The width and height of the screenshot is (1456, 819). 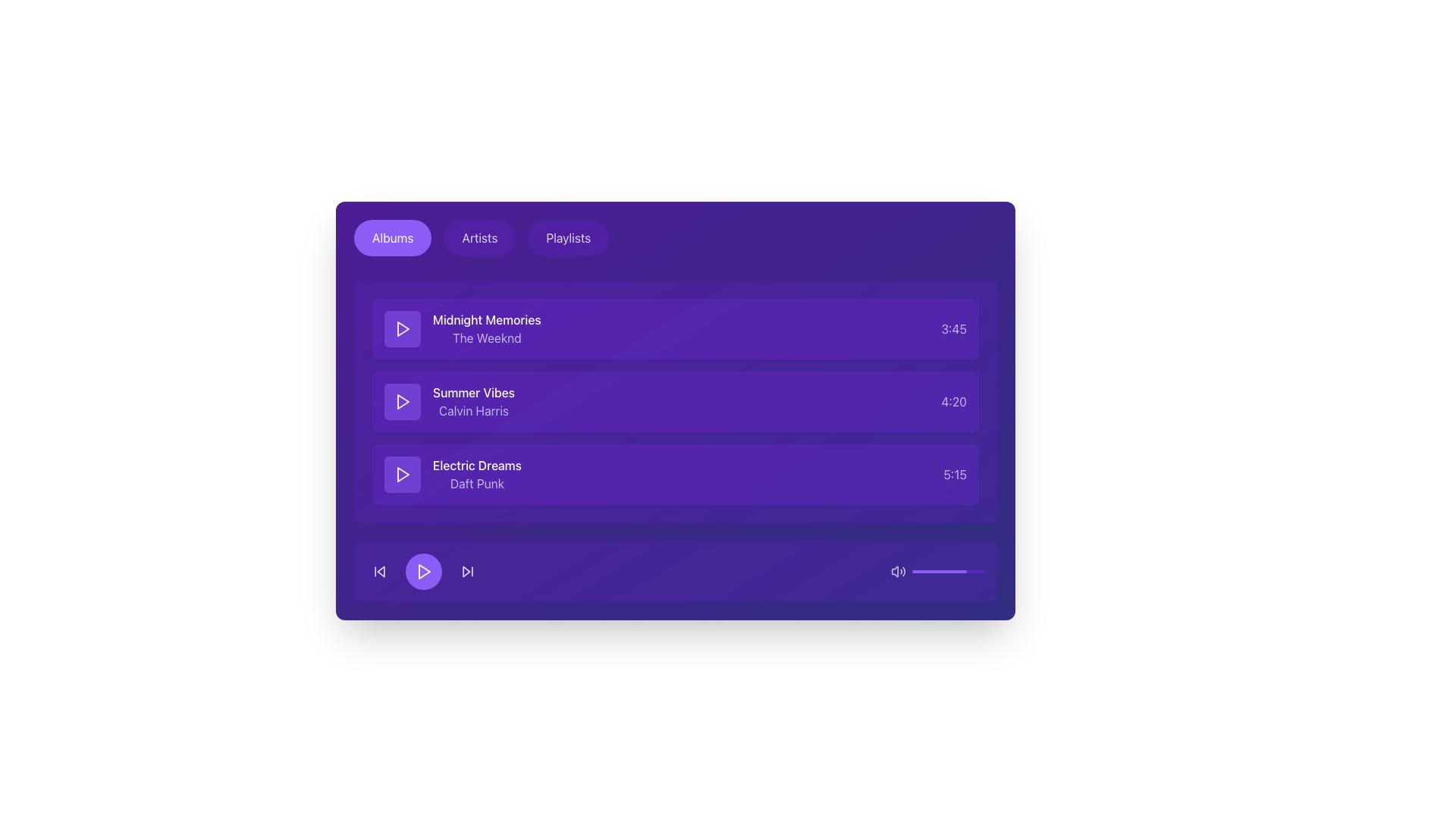 What do you see at coordinates (423, 571) in the screenshot?
I see `the playback button located in the playback controls section, which is the second button in a row of three` at bounding box center [423, 571].